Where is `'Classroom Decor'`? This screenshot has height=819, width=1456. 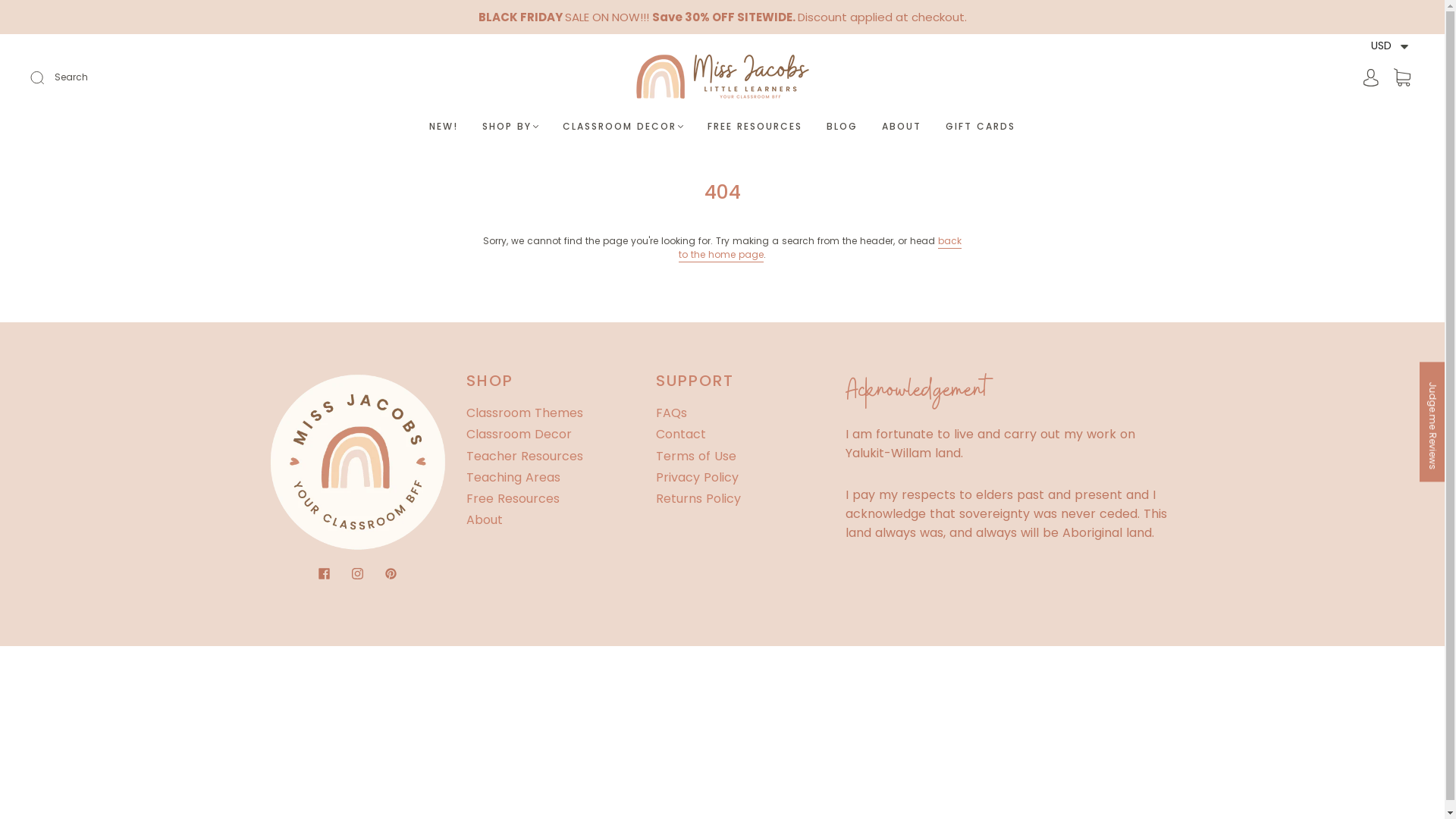 'Classroom Decor' is located at coordinates (518, 434).